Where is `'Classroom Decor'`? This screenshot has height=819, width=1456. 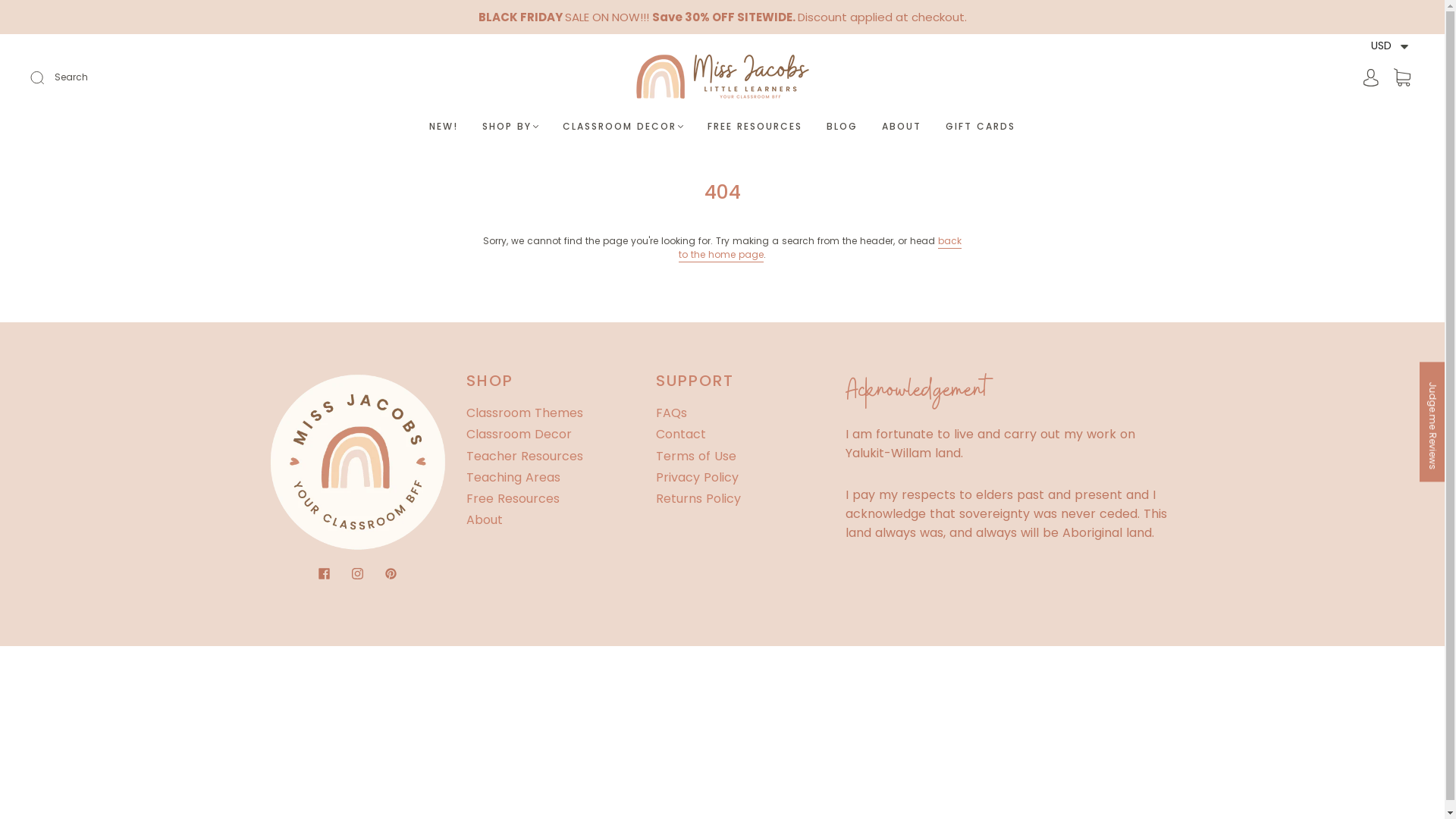 'Classroom Decor' is located at coordinates (518, 434).